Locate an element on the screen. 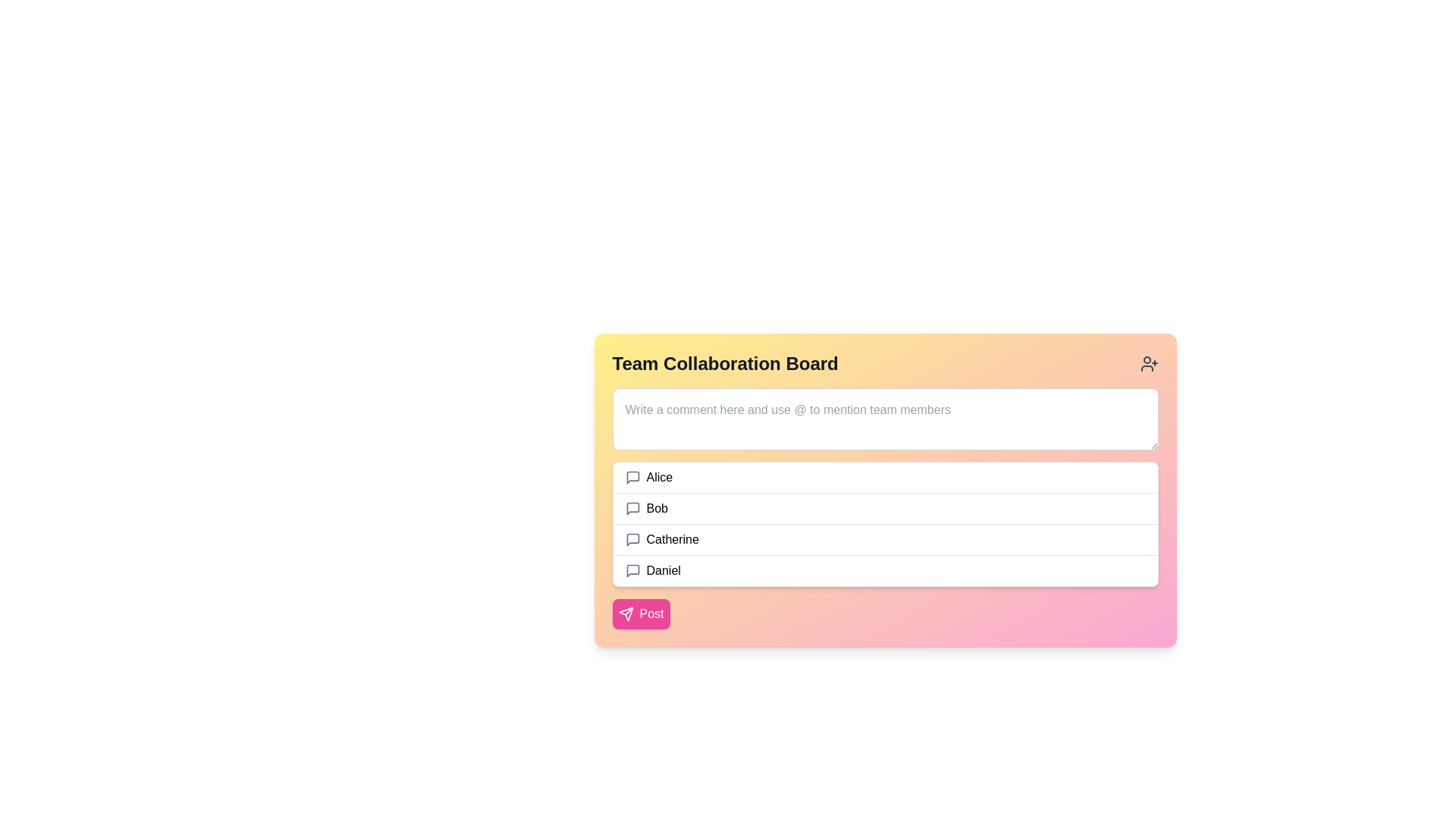 Image resolution: width=1456 pixels, height=819 pixels. the message icon associated with the 'Daniel' list item, located at the top-left corner of the 'Daniel' row is located at coordinates (632, 570).